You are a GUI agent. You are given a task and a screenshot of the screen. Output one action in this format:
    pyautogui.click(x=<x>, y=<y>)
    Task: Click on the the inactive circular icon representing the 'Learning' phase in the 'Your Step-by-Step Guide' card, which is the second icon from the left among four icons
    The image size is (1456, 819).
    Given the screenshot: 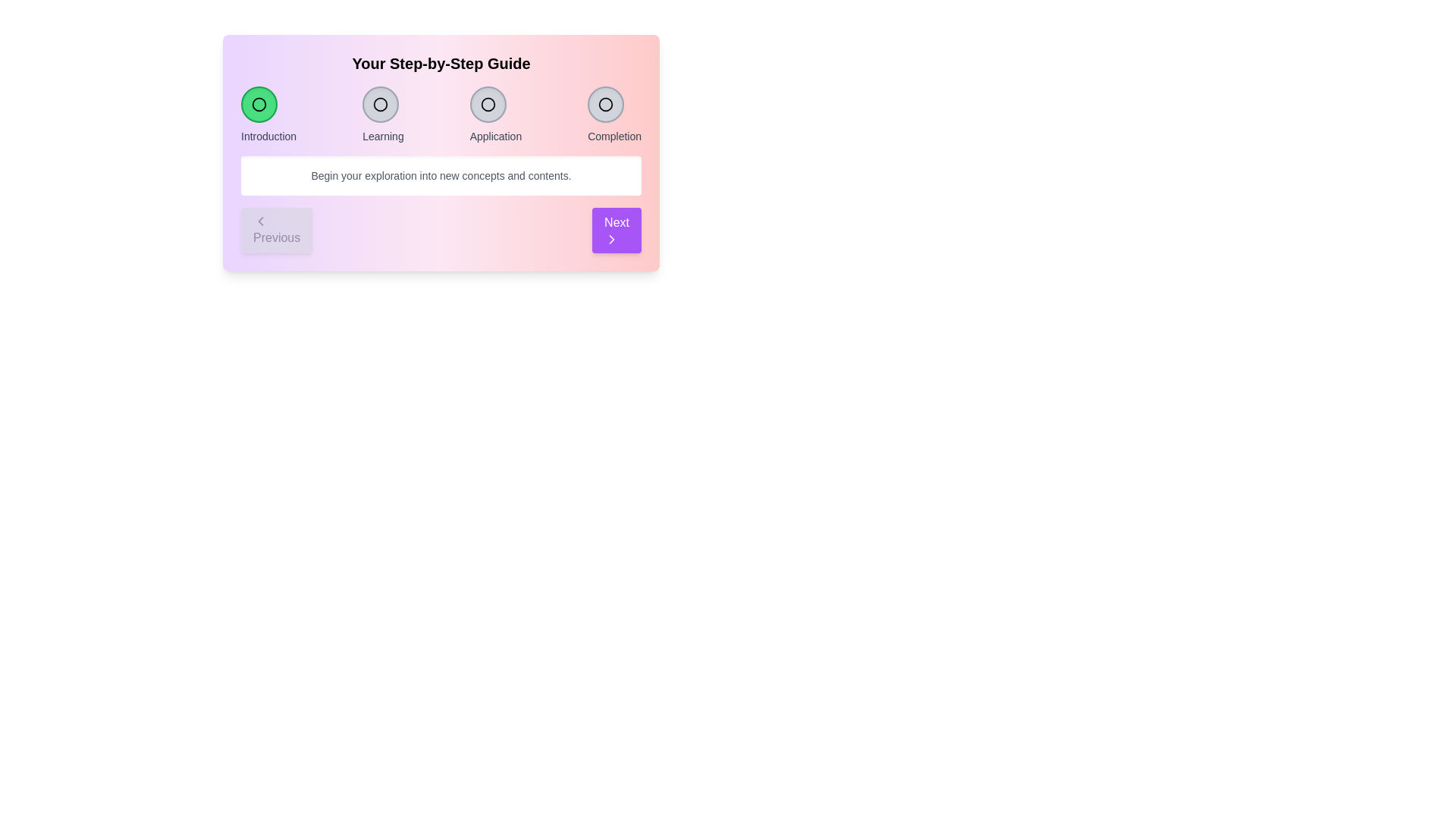 What is the action you would take?
    pyautogui.click(x=381, y=104)
    